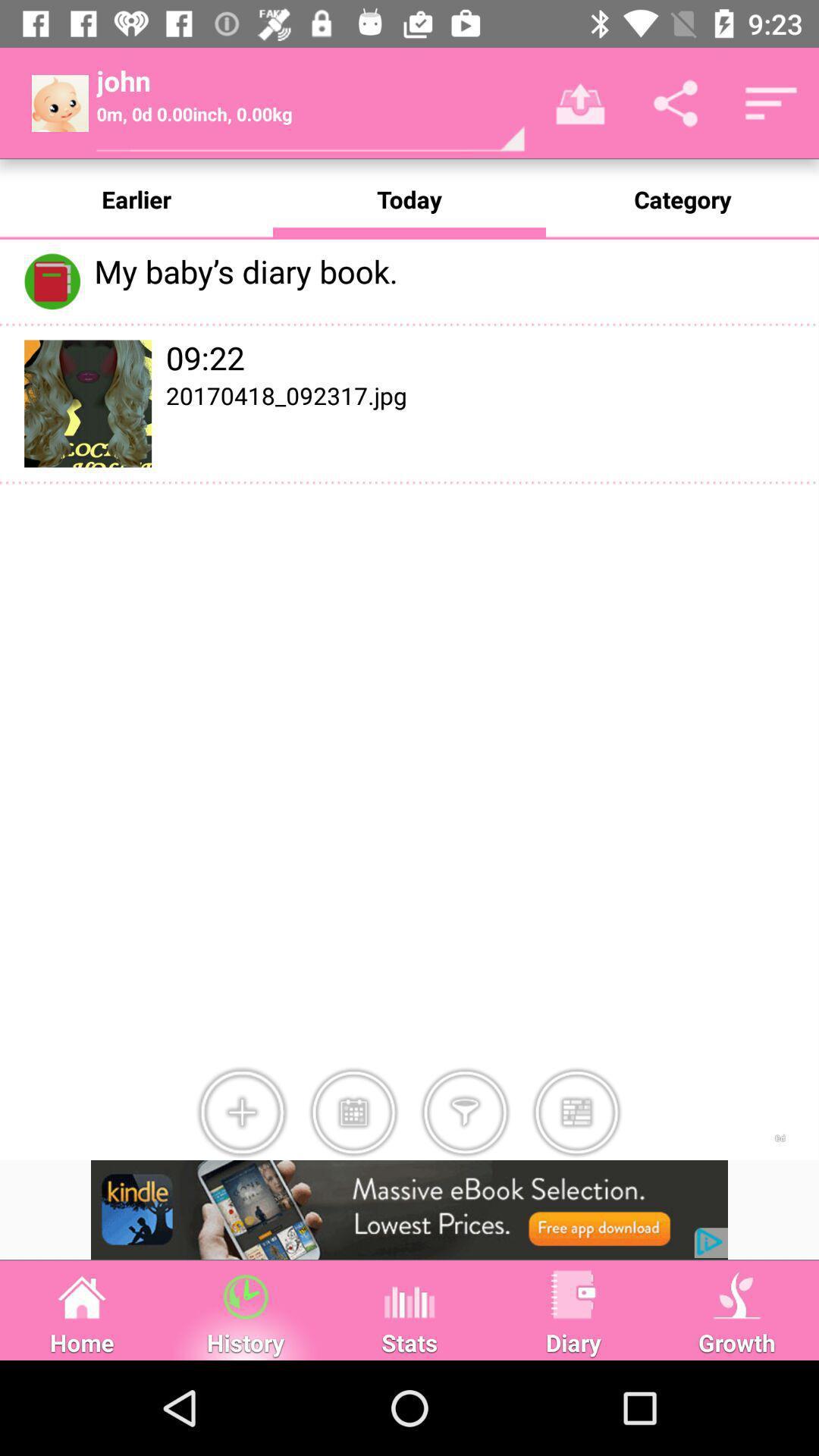 The width and height of the screenshot is (819, 1456). Describe the element at coordinates (464, 1112) in the screenshot. I see `the filter icon` at that location.